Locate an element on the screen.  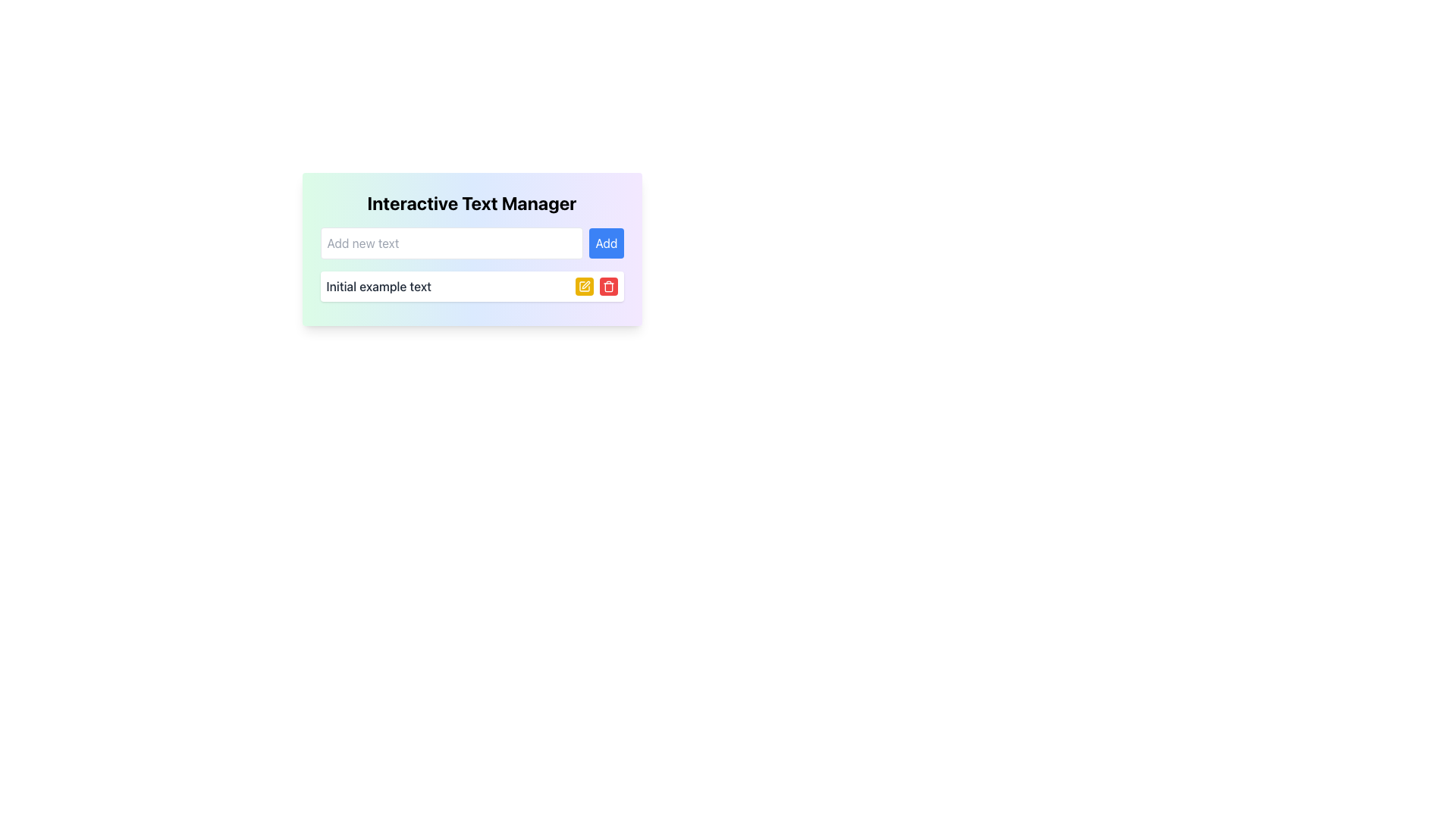
the edit functionality icon located inside the yellow button, which is positioned to the left of the red trash icon and in the same row as the displayed text 'Initial example text' is located at coordinates (583, 287).